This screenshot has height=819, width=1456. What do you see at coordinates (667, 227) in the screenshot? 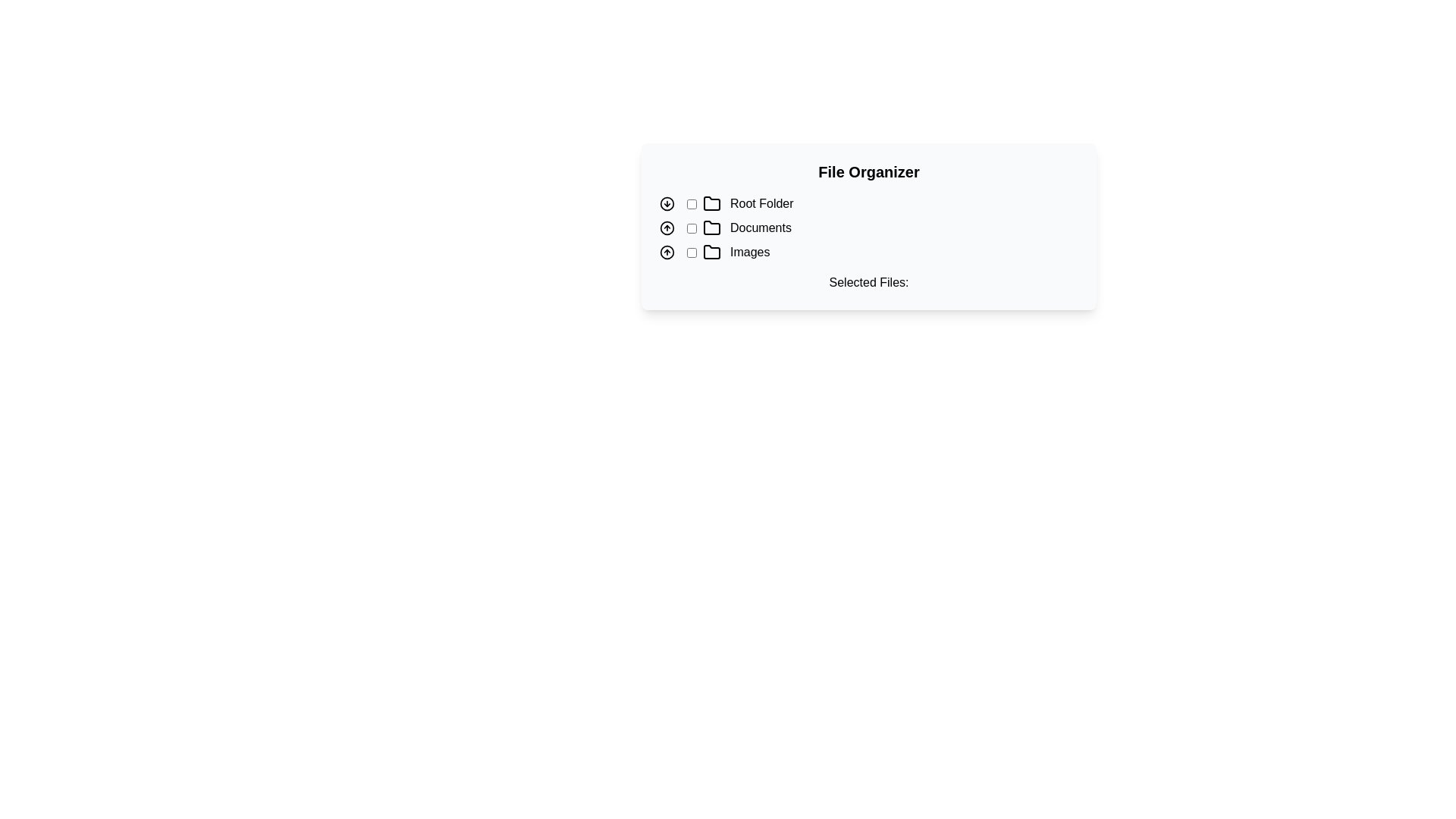
I see `the circular icon with an upward arrow that is part of the 'Documents' label in the file categories list` at bounding box center [667, 227].